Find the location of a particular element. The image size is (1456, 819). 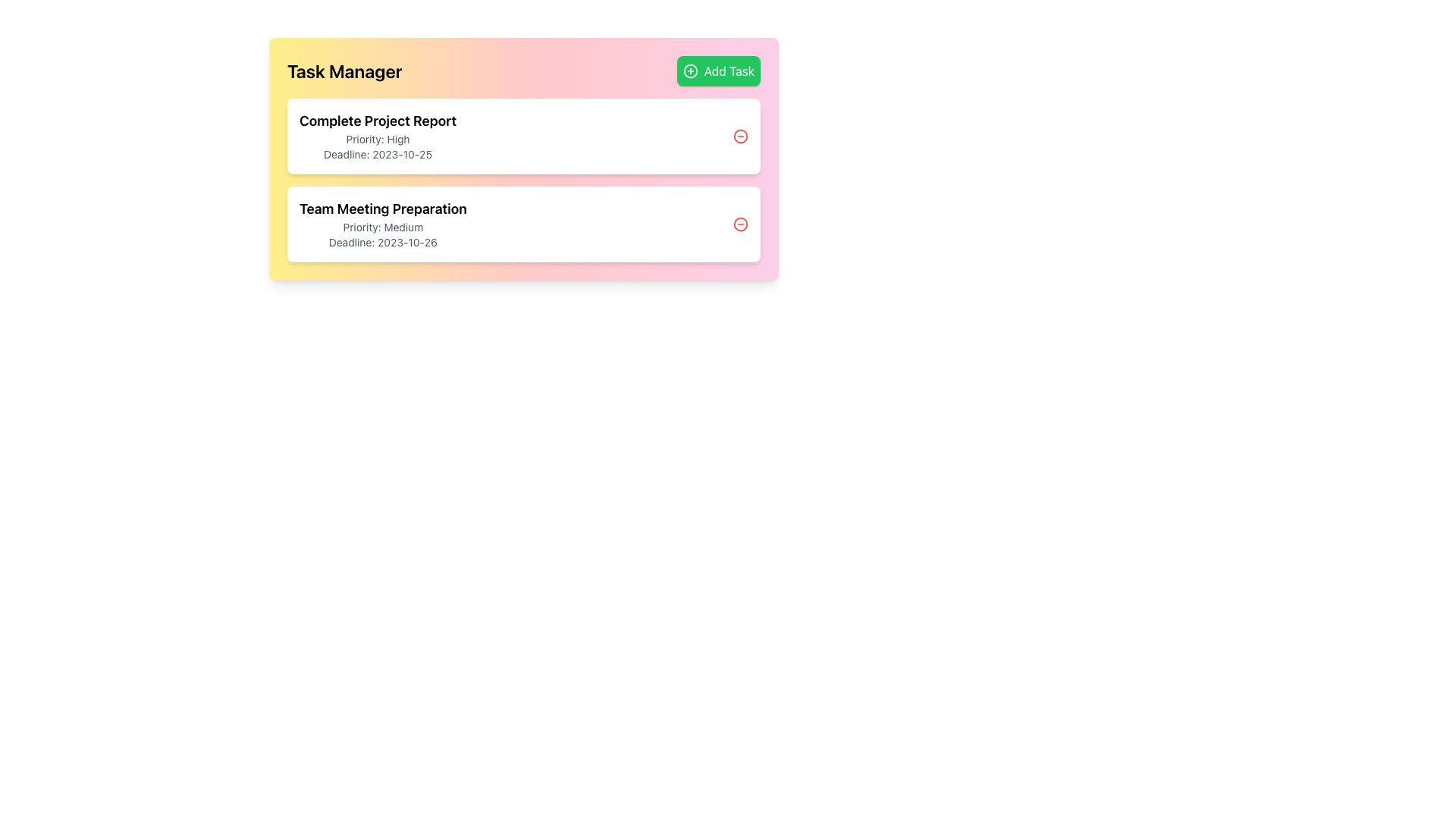

the decorative SVG circle that symbolizes the 'Add Task' action within the green button located in the top-right corner of the task manager header is located at coordinates (689, 71).